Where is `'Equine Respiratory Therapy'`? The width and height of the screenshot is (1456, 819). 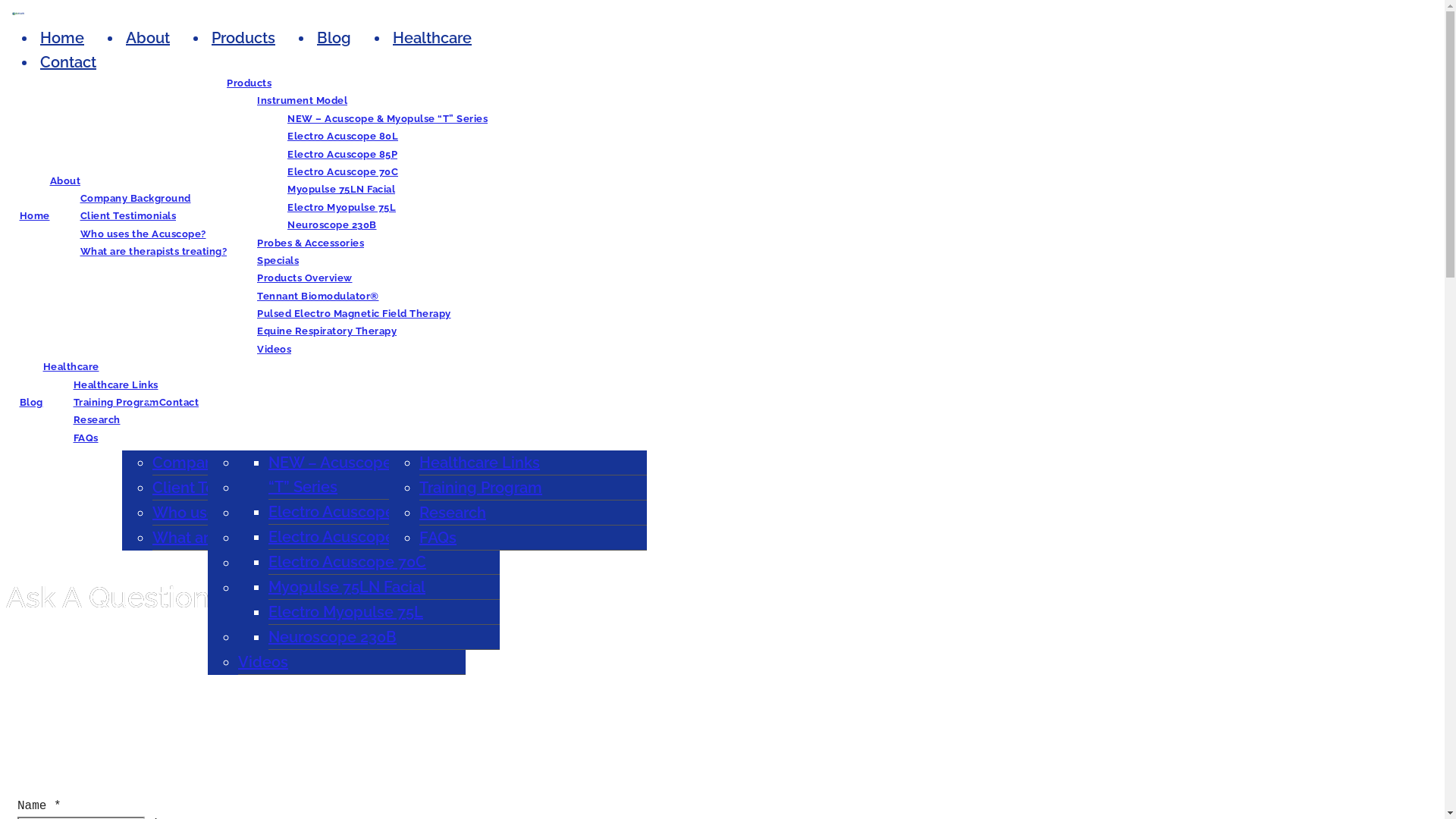
'Equine Respiratory Therapy' is located at coordinates (257, 330).